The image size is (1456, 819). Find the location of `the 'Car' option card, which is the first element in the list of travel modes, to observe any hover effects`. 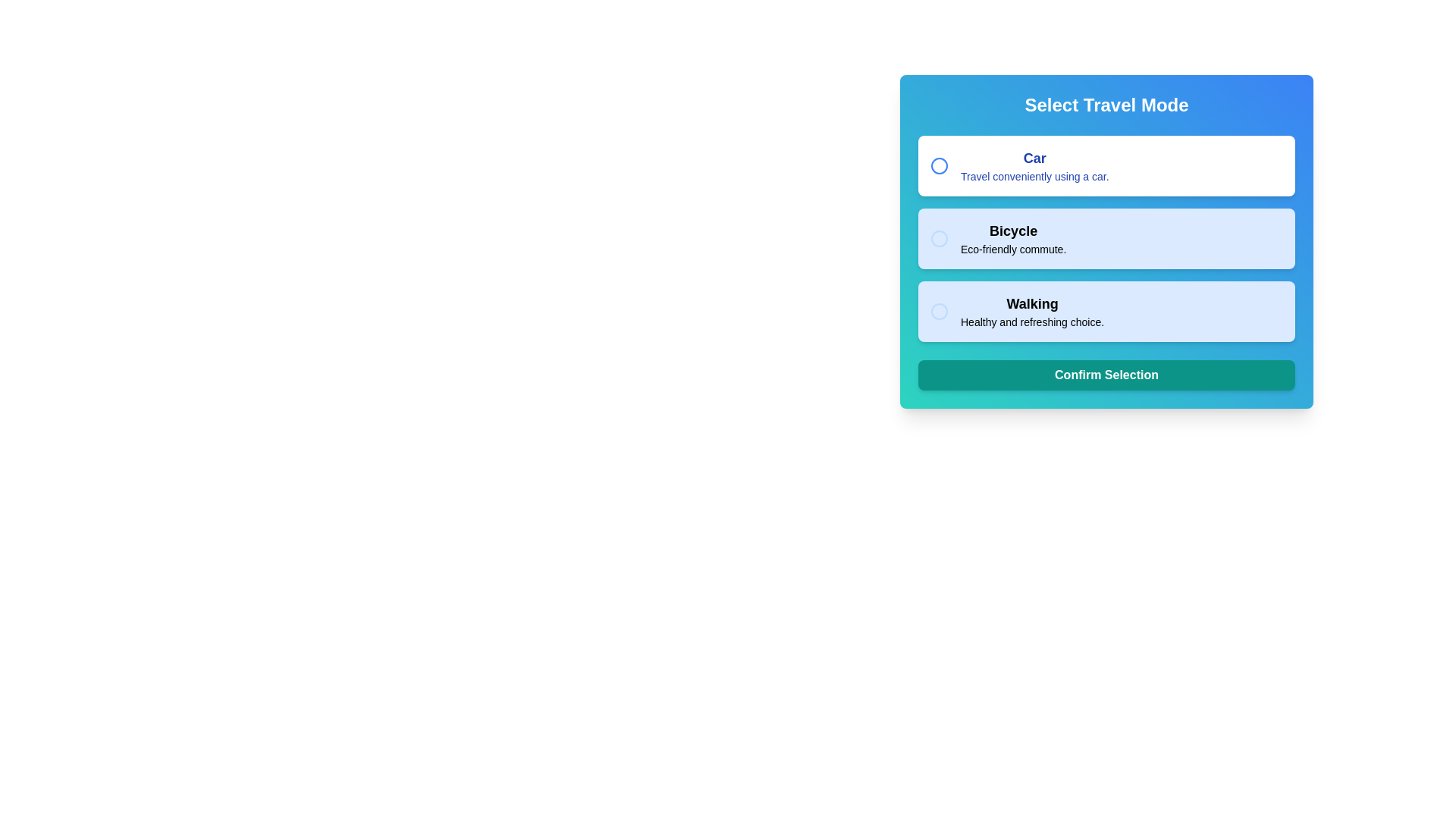

the 'Car' option card, which is the first element in the list of travel modes, to observe any hover effects is located at coordinates (1106, 166).